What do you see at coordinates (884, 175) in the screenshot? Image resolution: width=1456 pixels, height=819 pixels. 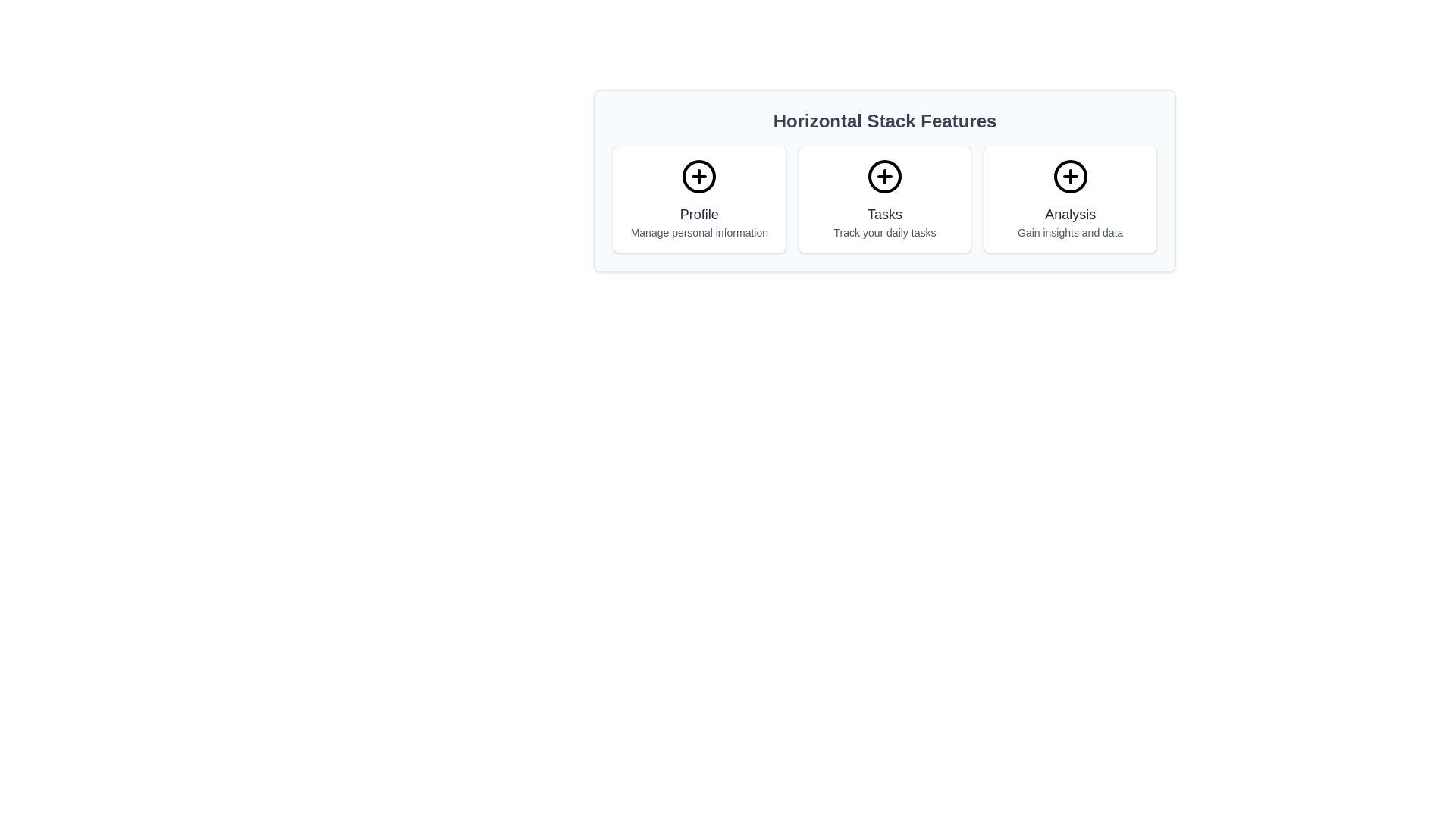 I see `the decorative circle graphic element located centrally within the 'Tasks' card in the 'Horizontal Stack Features' section` at bounding box center [884, 175].